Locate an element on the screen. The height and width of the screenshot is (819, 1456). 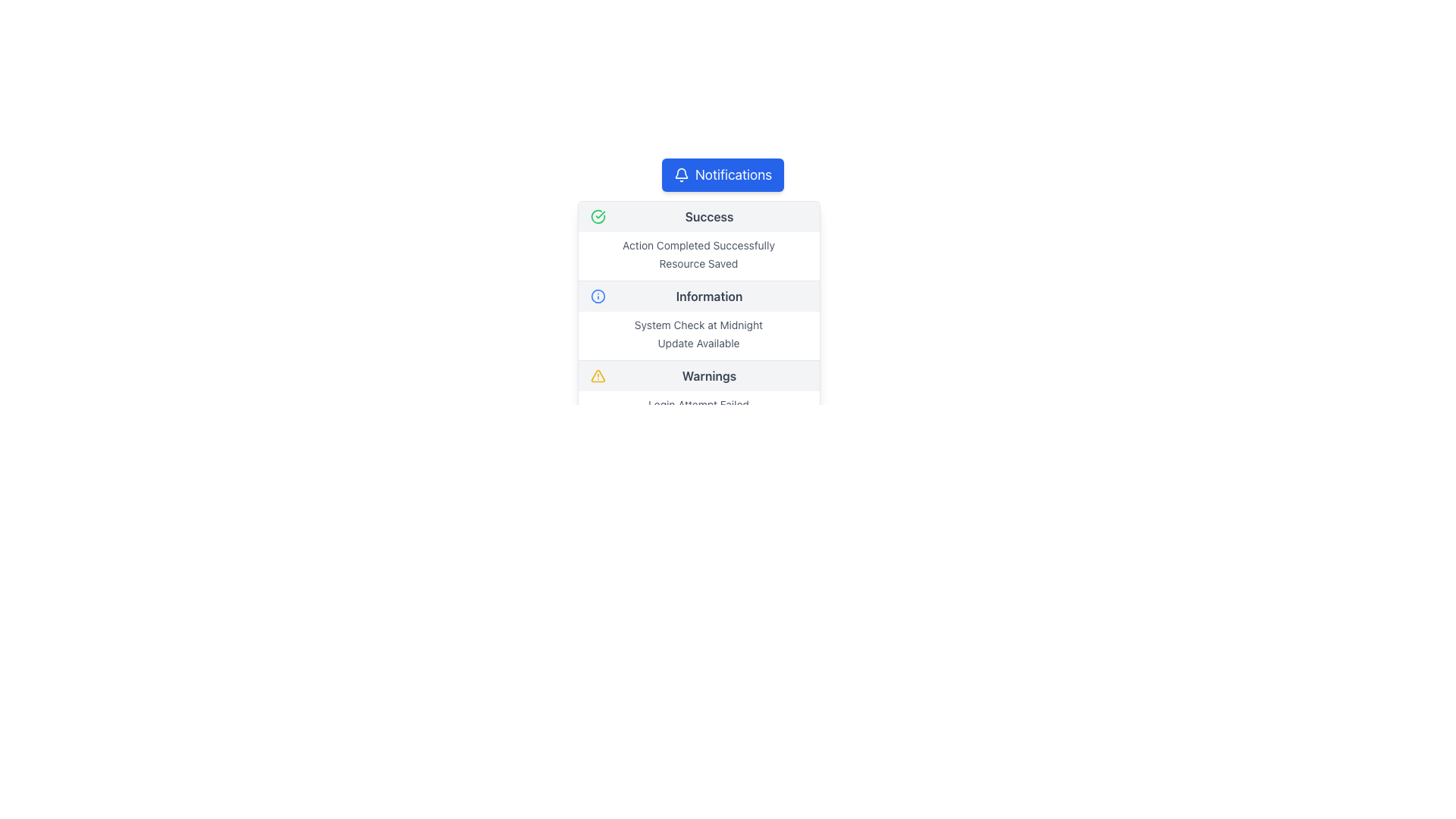
the blue 'Notifications' button with a bell icon is located at coordinates (722, 174).